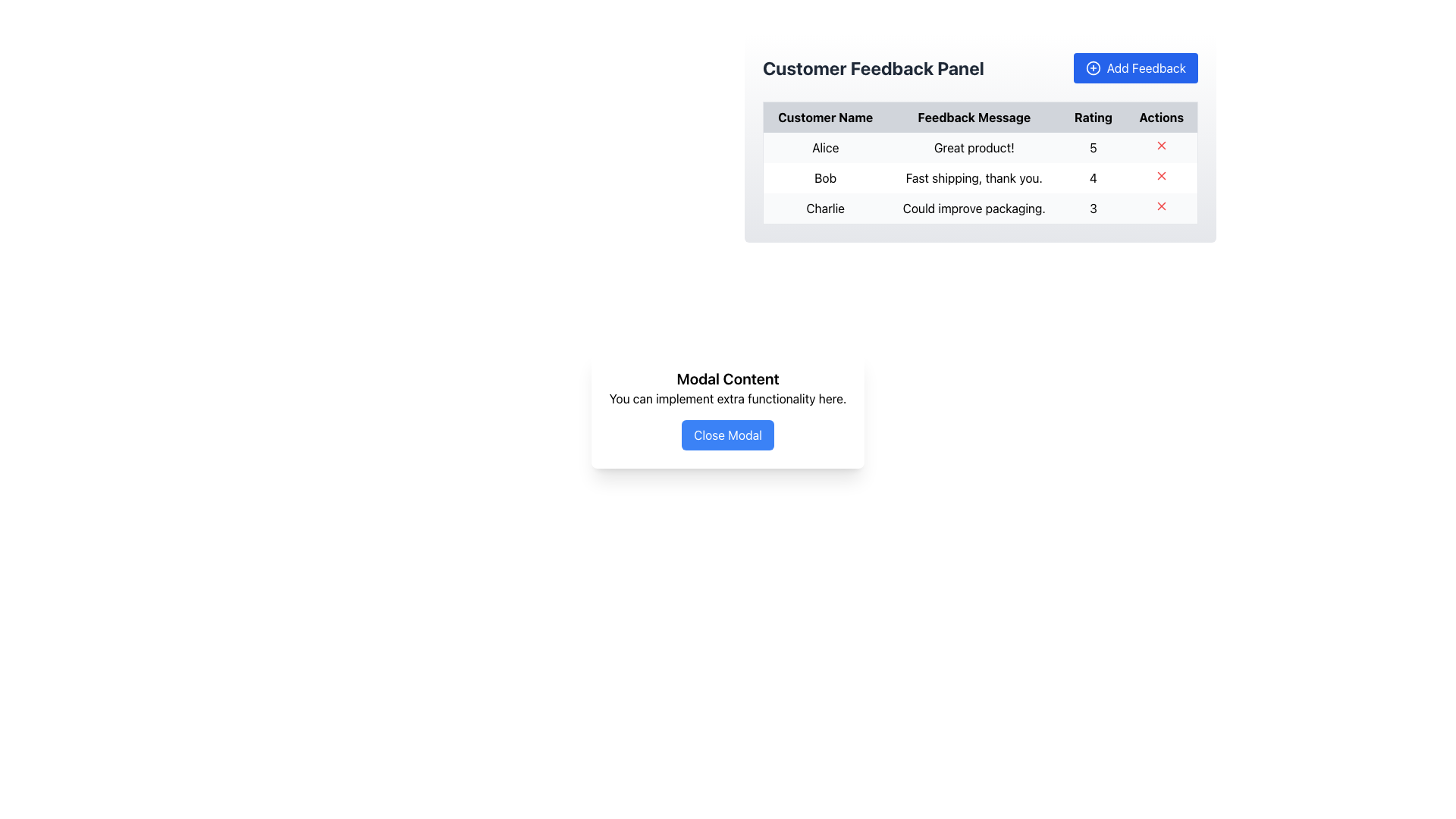 This screenshot has height=819, width=1456. I want to click on the icon that visually represents the action of adding new feedback, located within the 'Add Feedback' button at the top right of the interface, so click(1093, 67).